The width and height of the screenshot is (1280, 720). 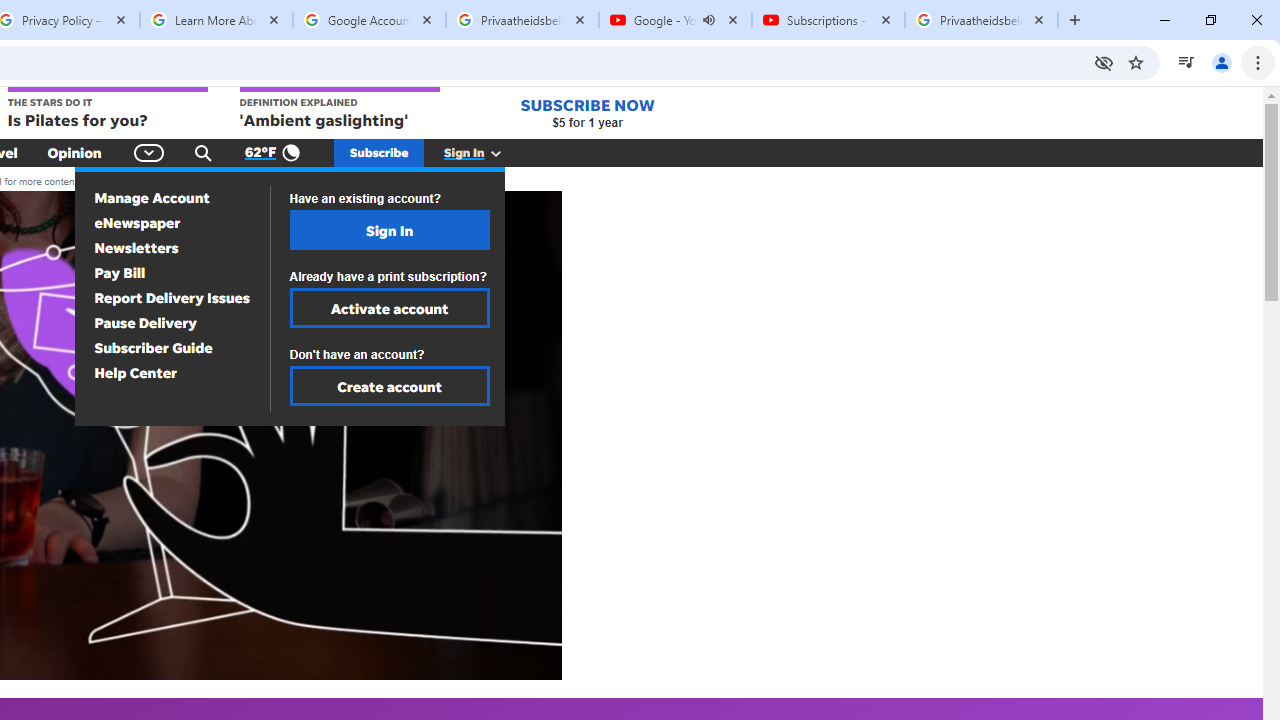 I want to click on 'Subscribe', so click(x=379, y=152).